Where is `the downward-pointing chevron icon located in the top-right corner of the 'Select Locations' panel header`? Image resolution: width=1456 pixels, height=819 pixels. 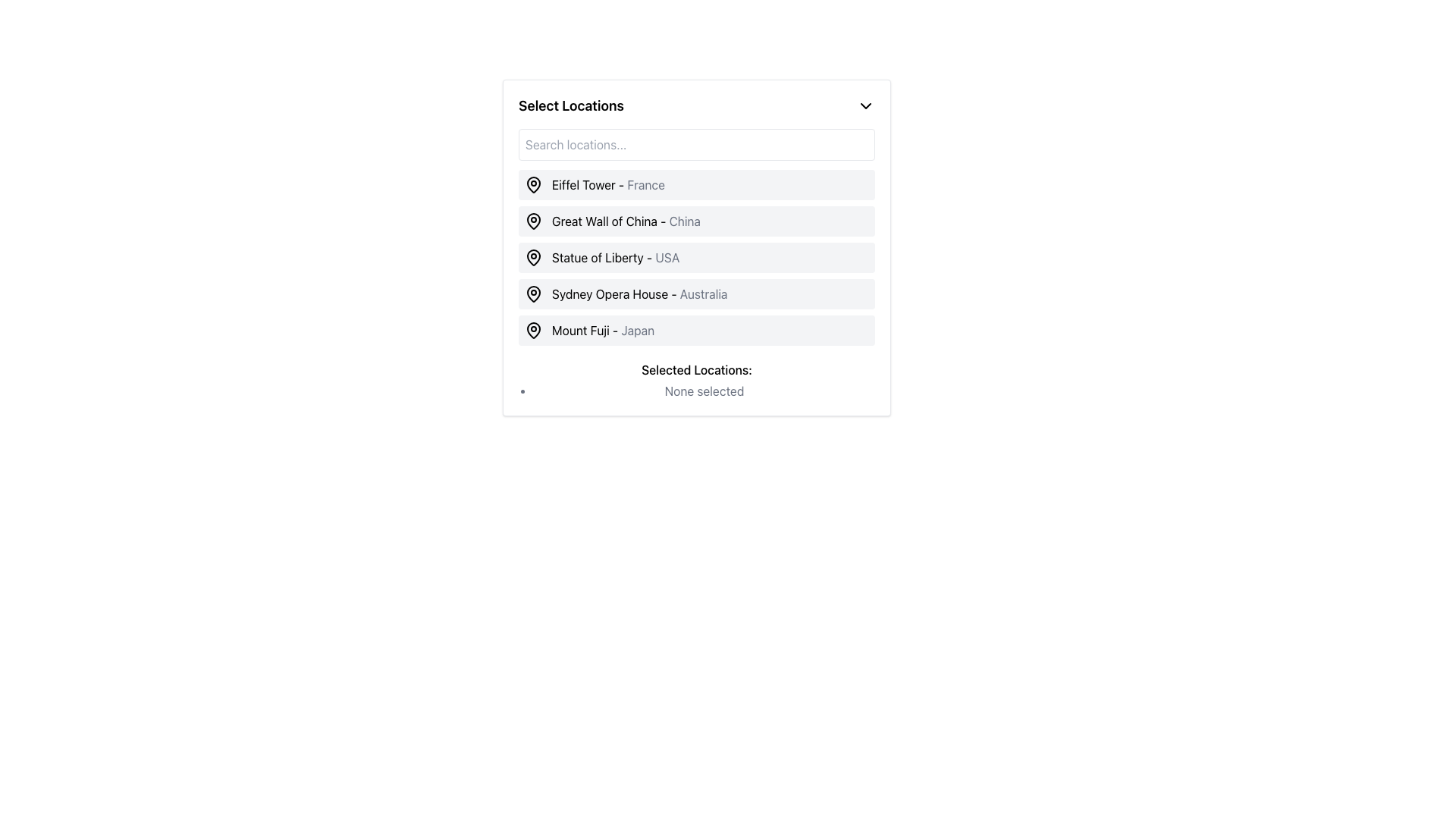 the downward-pointing chevron icon located in the top-right corner of the 'Select Locations' panel header is located at coordinates (866, 105).